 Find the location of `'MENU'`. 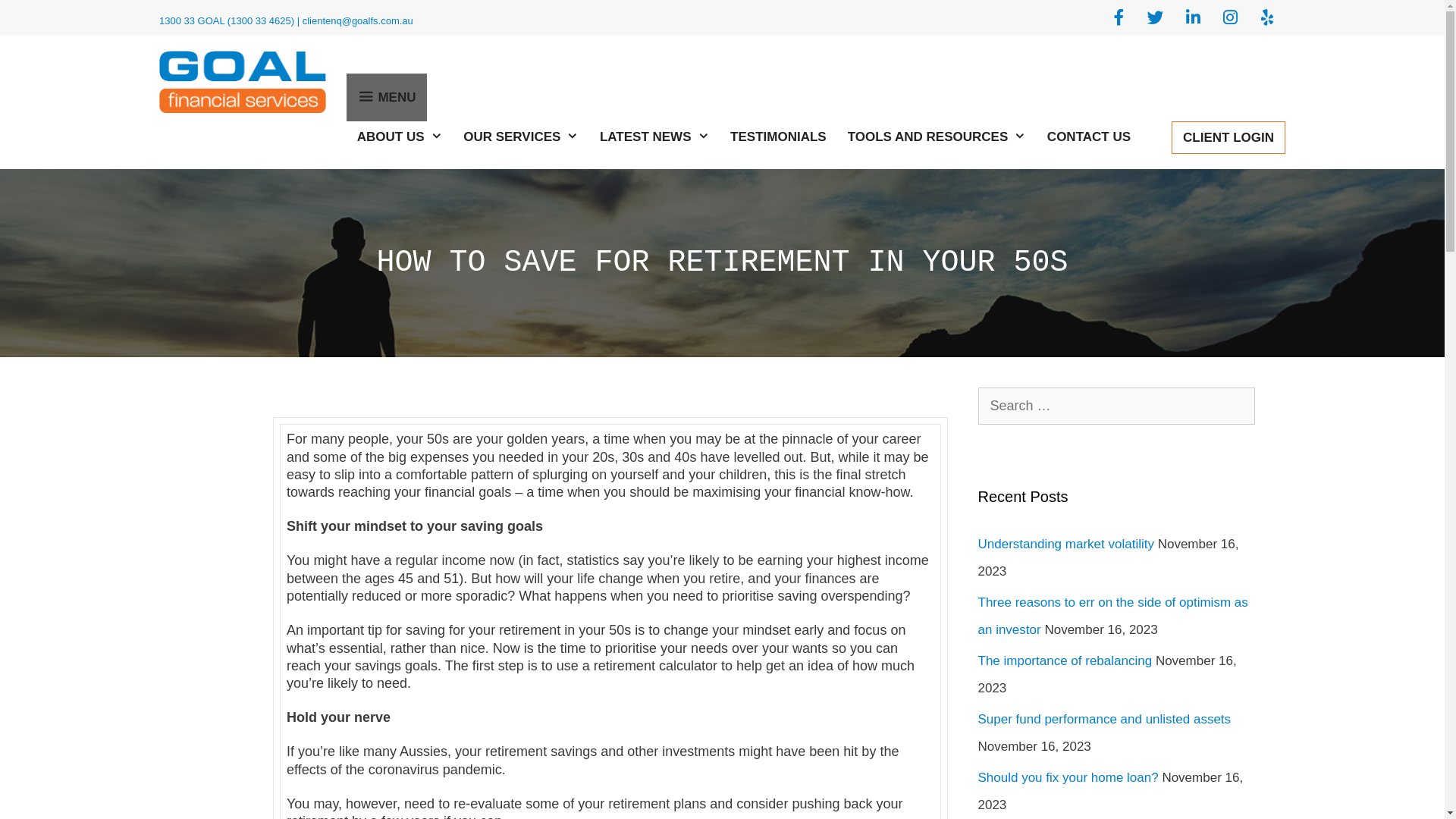

'MENU' is located at coordinates (387, 97).